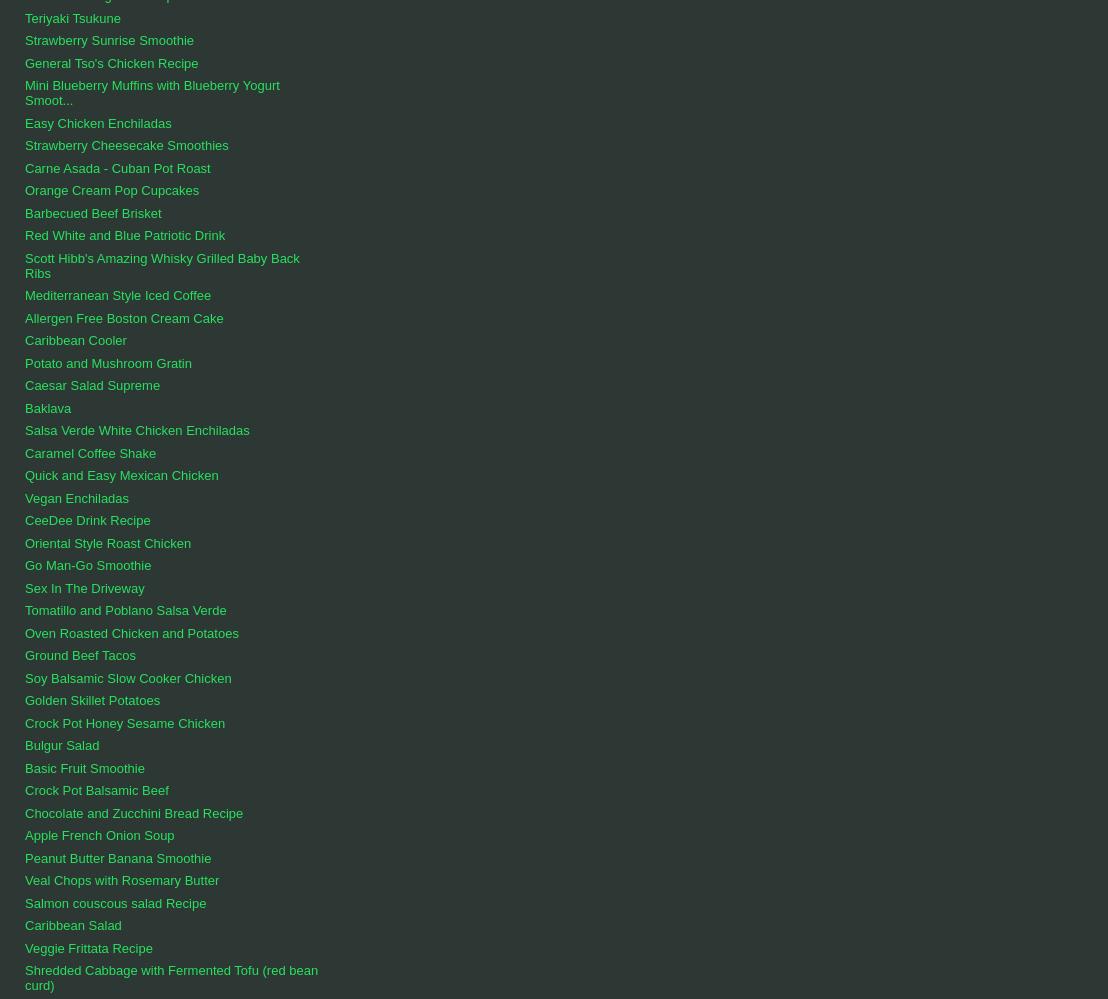 The width and height of the screenshot is (1108, 999). What do you see at coordinates (108, 362) in the screenshot?
I see `'Potato and Mushroom Gratin'` at bounding box center [108, 362].